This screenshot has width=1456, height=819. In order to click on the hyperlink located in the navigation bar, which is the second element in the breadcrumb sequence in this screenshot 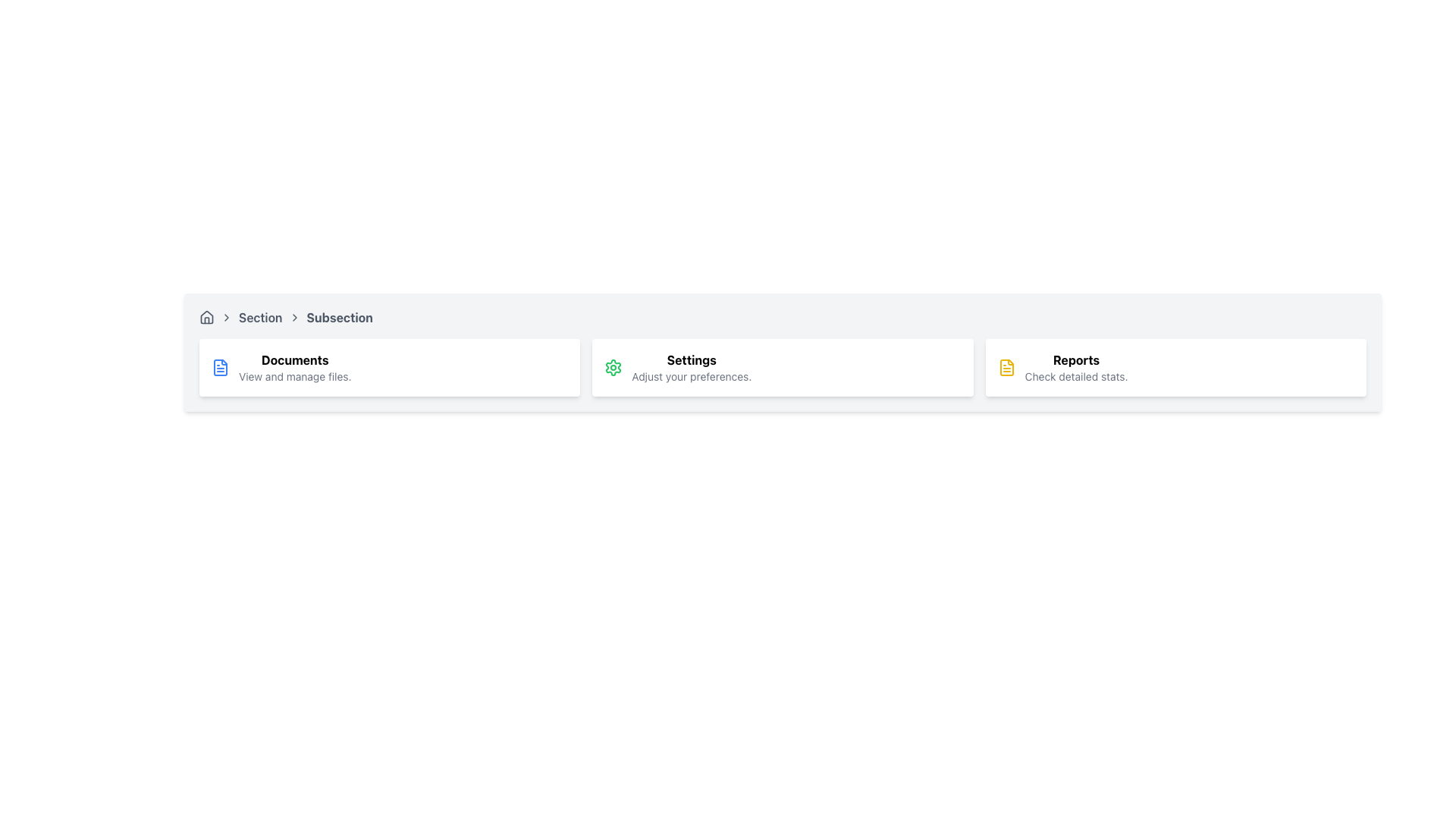, I will do `click(259, 317)`.